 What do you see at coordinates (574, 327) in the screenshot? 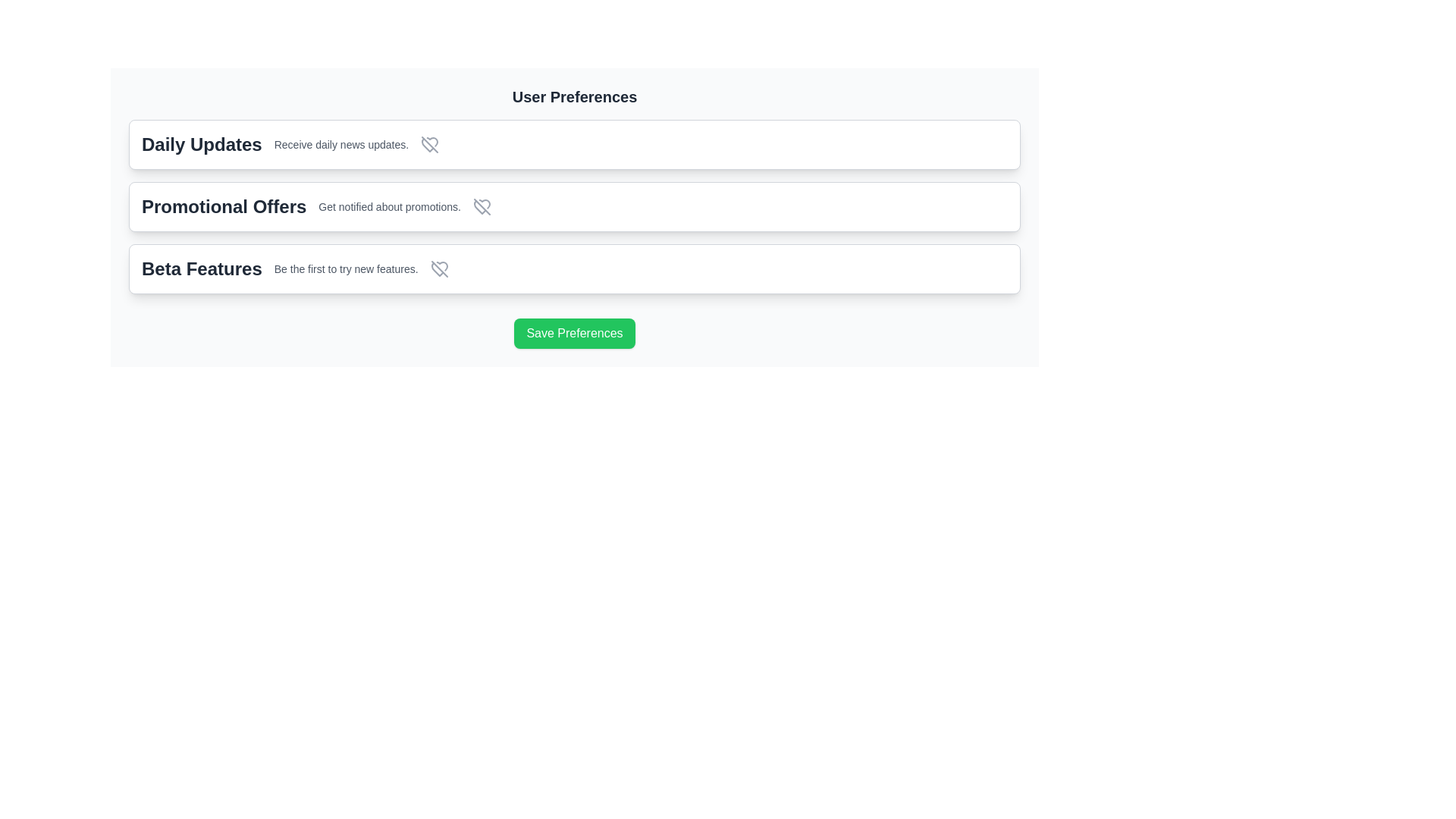
I see `the green button labeled 'Save Preferences' located at the bottom of the 'User Preferences' section` at bounding box center [574, 327].